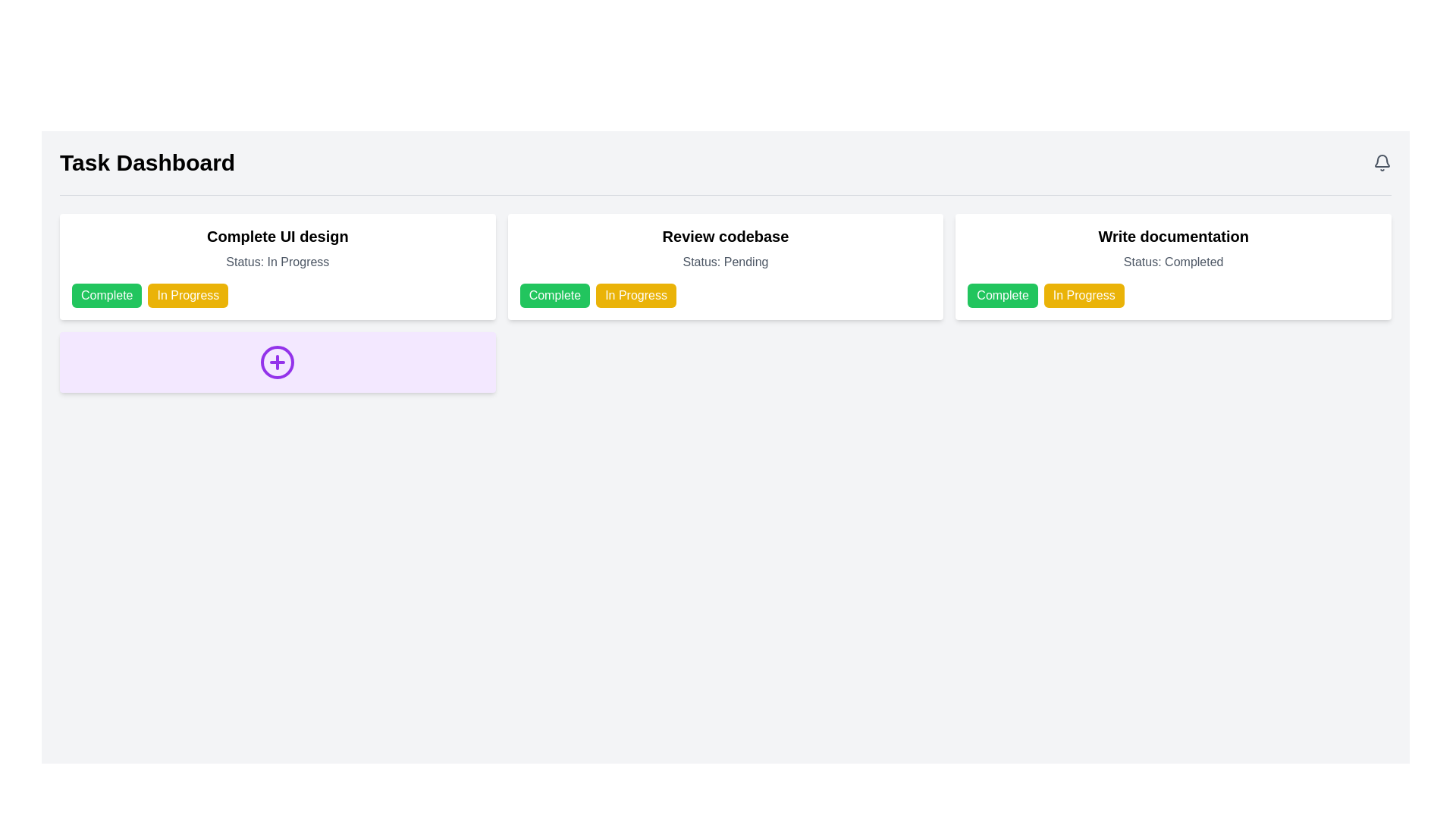 The height and width of the screenshot is (819, 1456). Describe the element at coordinates (147, 163) in the screenshot. I see `the 'Task Dashboard' Text Label located at the top-left section of the interface to trigger style changes` at that location.